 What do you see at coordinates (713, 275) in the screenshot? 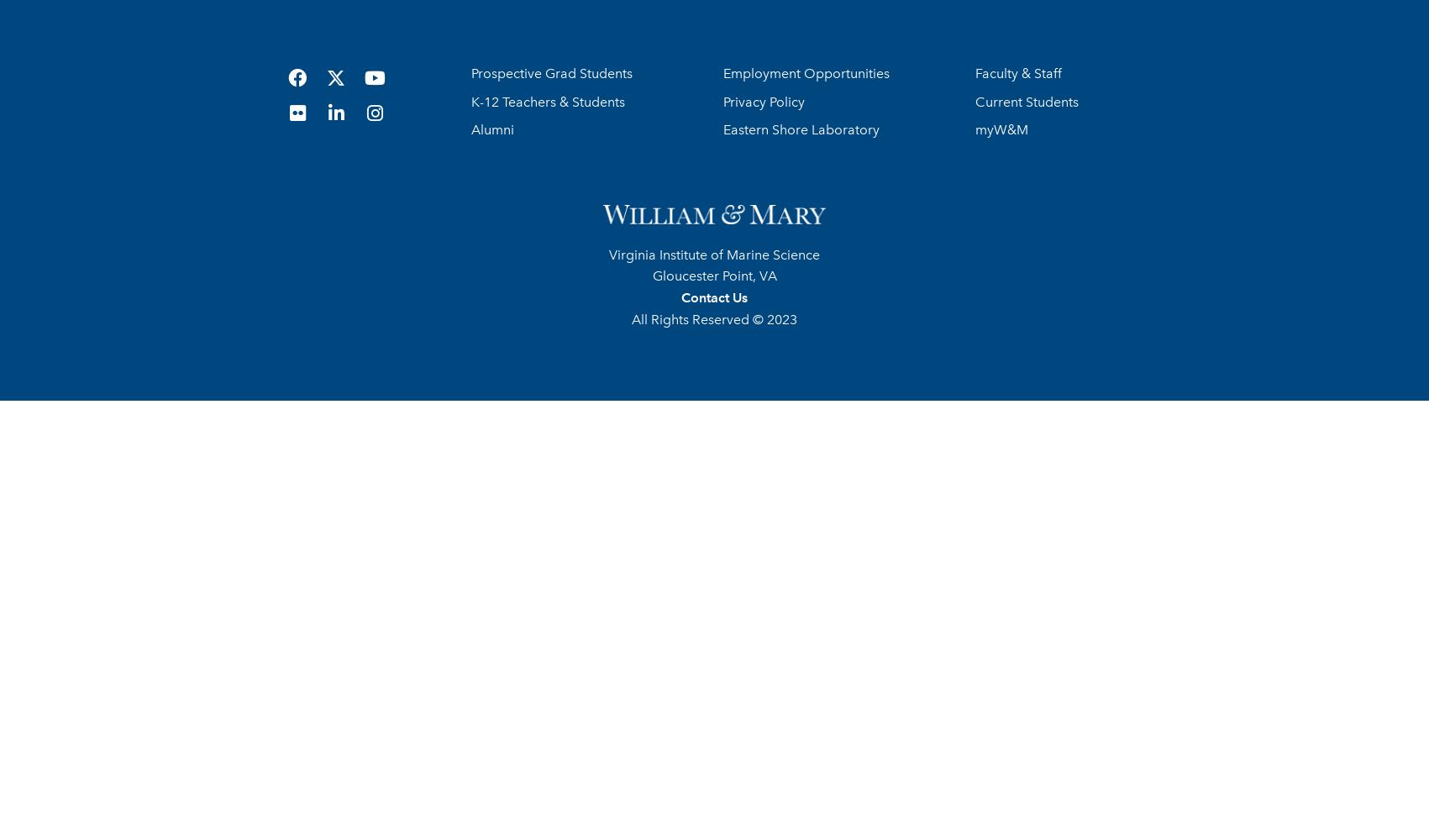
I see `'Gloucester Point, VA'` at bounding box center [713, 275].